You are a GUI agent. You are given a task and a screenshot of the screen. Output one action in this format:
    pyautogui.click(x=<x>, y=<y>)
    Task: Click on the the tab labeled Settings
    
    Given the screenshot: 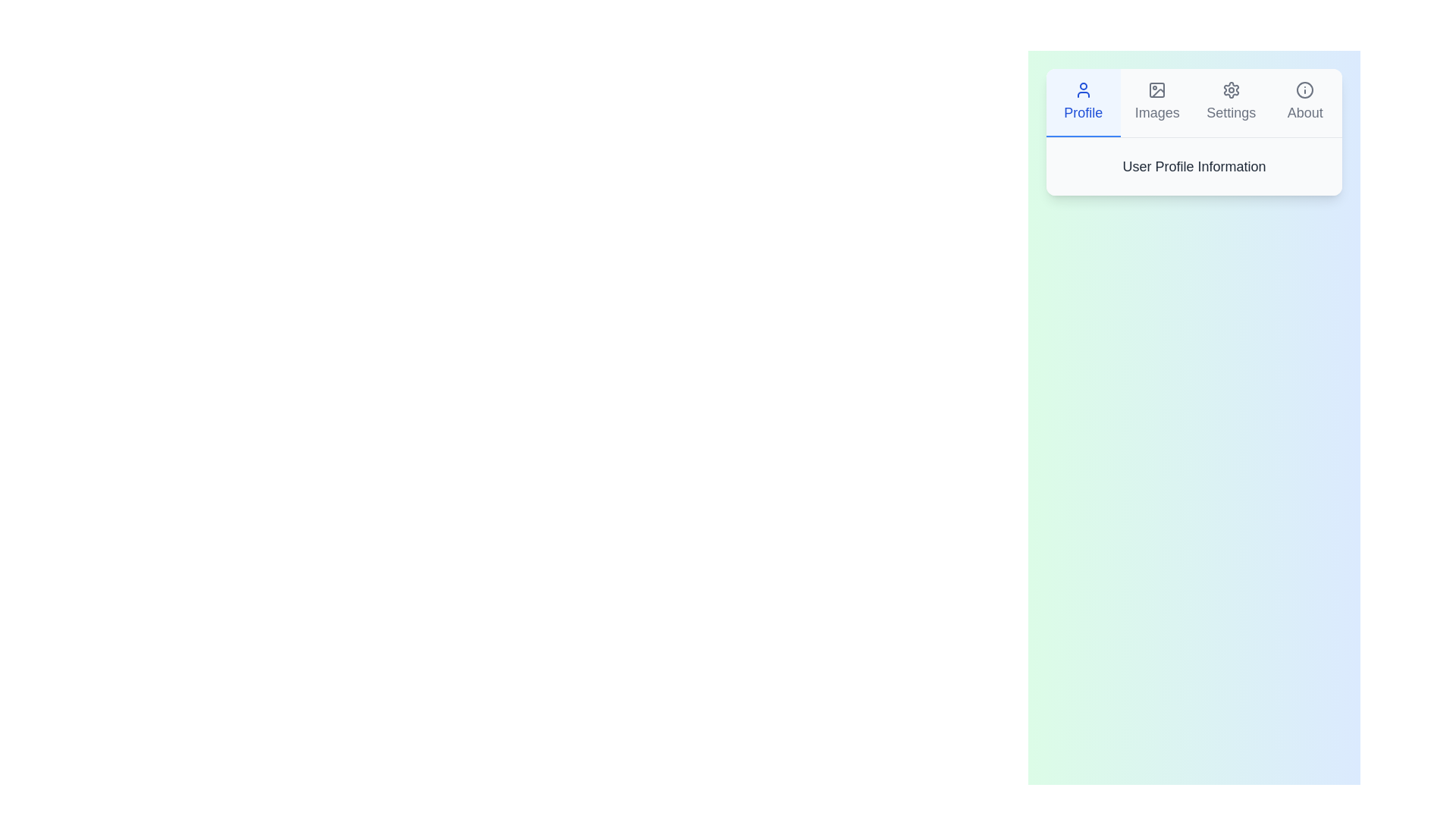 What is the action you would take?
    pyautogui.click(x=1231, y=102)
    